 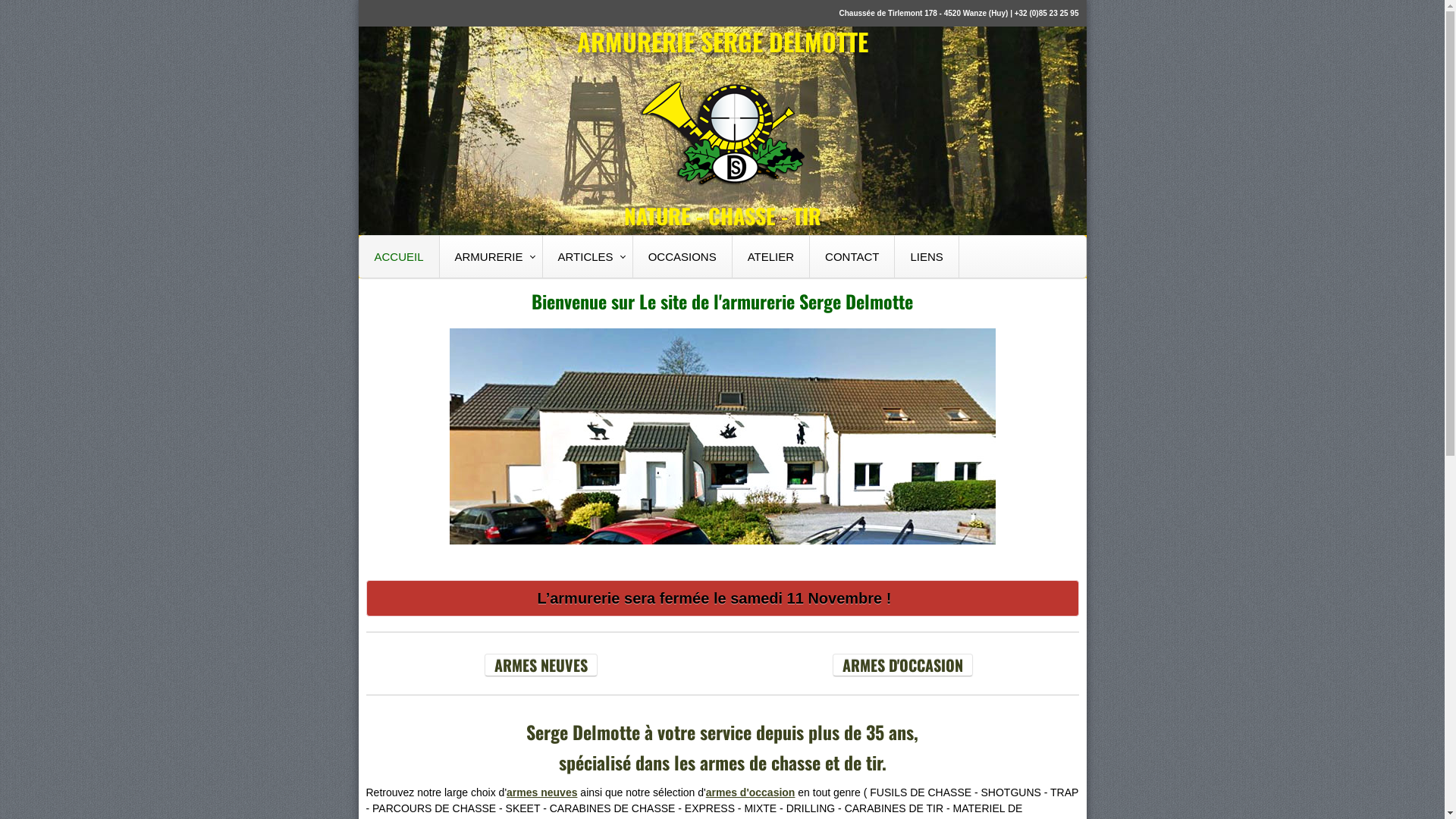 What do you see at coordinates (541, 792) in the screenshot?
I see `'armes neuves'` at bounding box center [541, 792].